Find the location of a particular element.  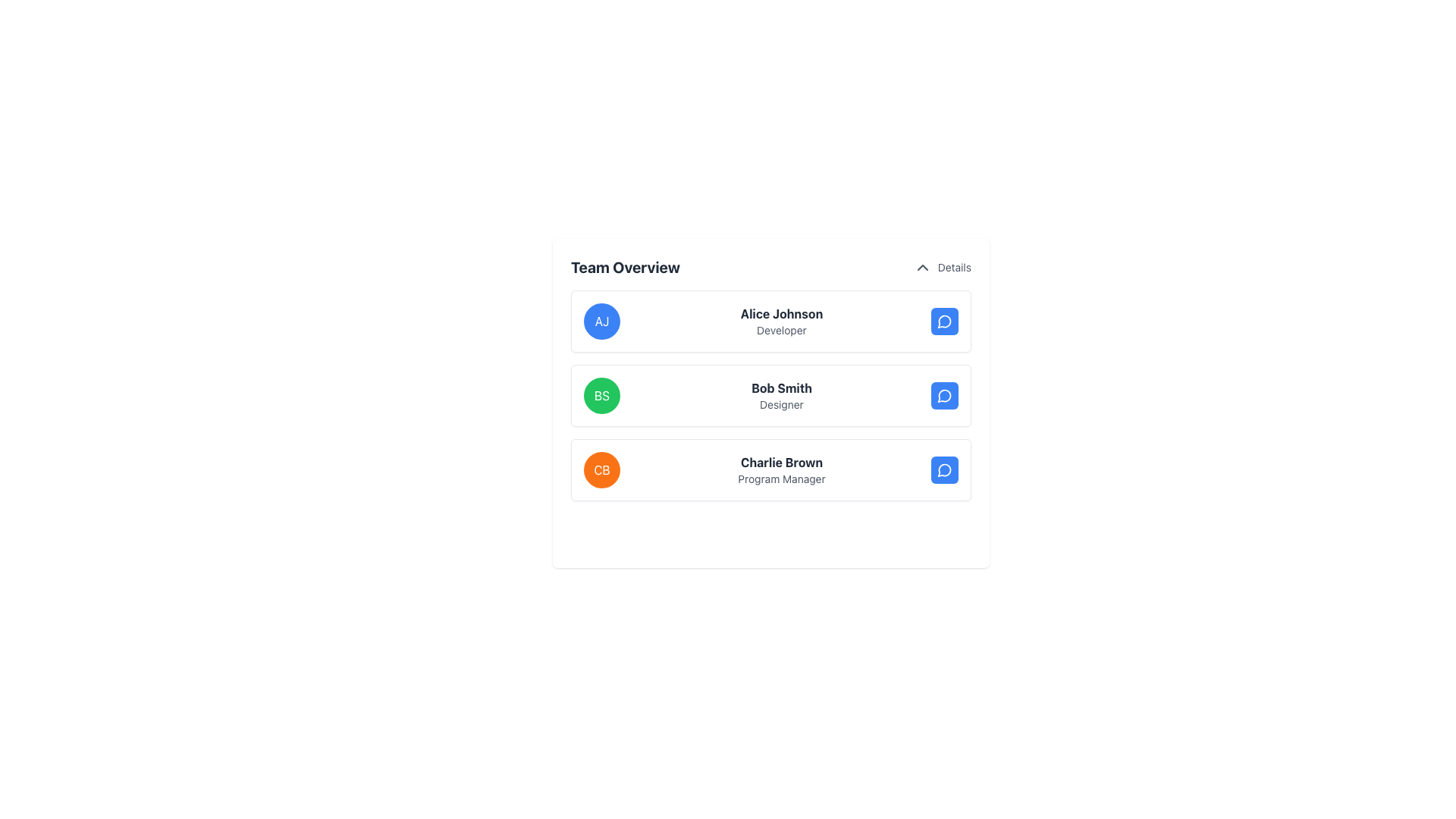

the text label displaying 'Developer', which is positioned directly below the bold name 'Alice Johnson' in a vertical list of team members is located at coordinates (782, 329).